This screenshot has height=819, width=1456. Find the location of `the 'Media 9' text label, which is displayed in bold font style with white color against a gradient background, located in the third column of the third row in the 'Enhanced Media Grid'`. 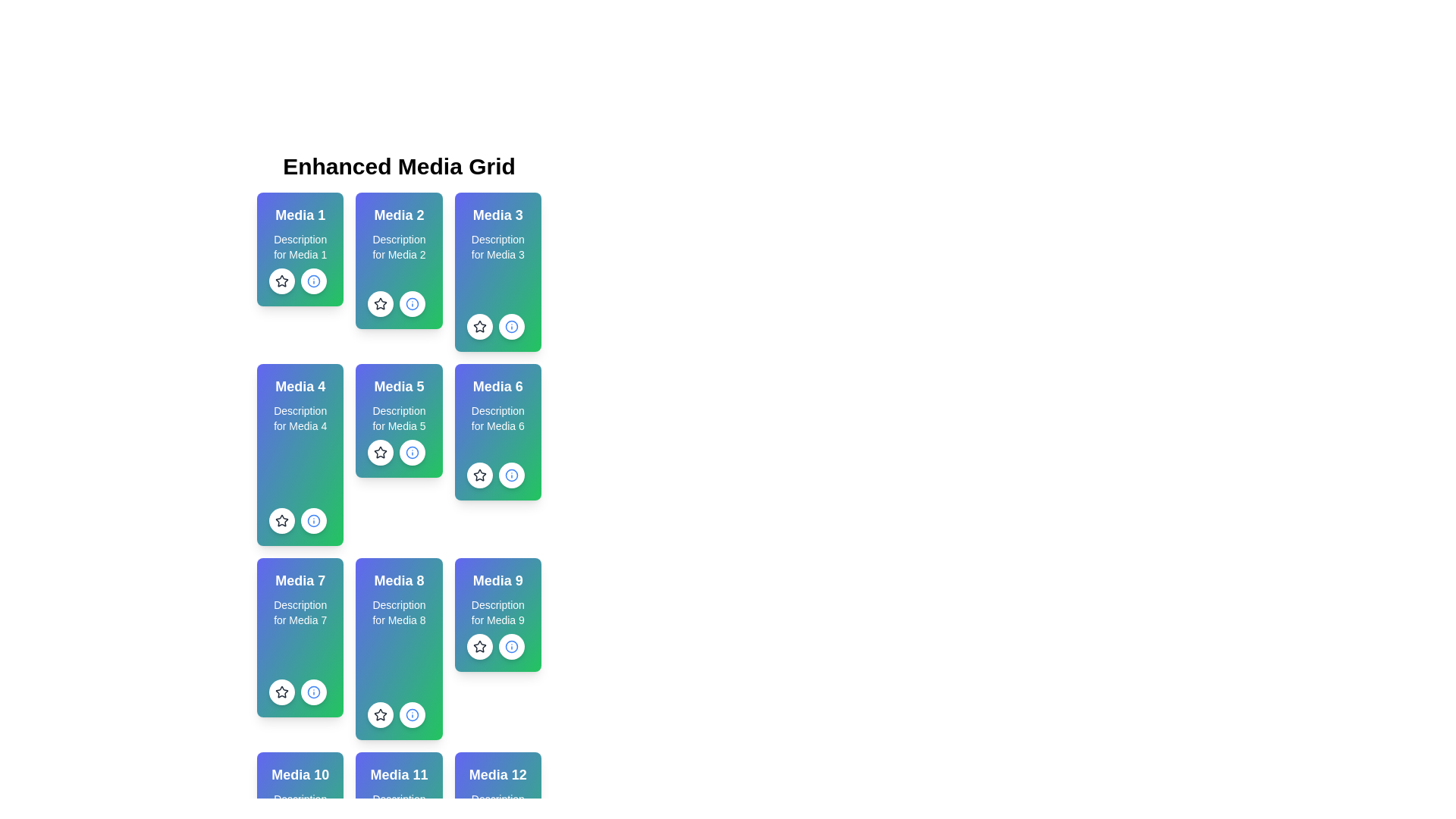

the 'Media 9' text label, which is displayed in bold font style with white color against a gradient background, located in the third column of the third row in the 'Enhanced Media Grid' is located at coordinates (497, 580).